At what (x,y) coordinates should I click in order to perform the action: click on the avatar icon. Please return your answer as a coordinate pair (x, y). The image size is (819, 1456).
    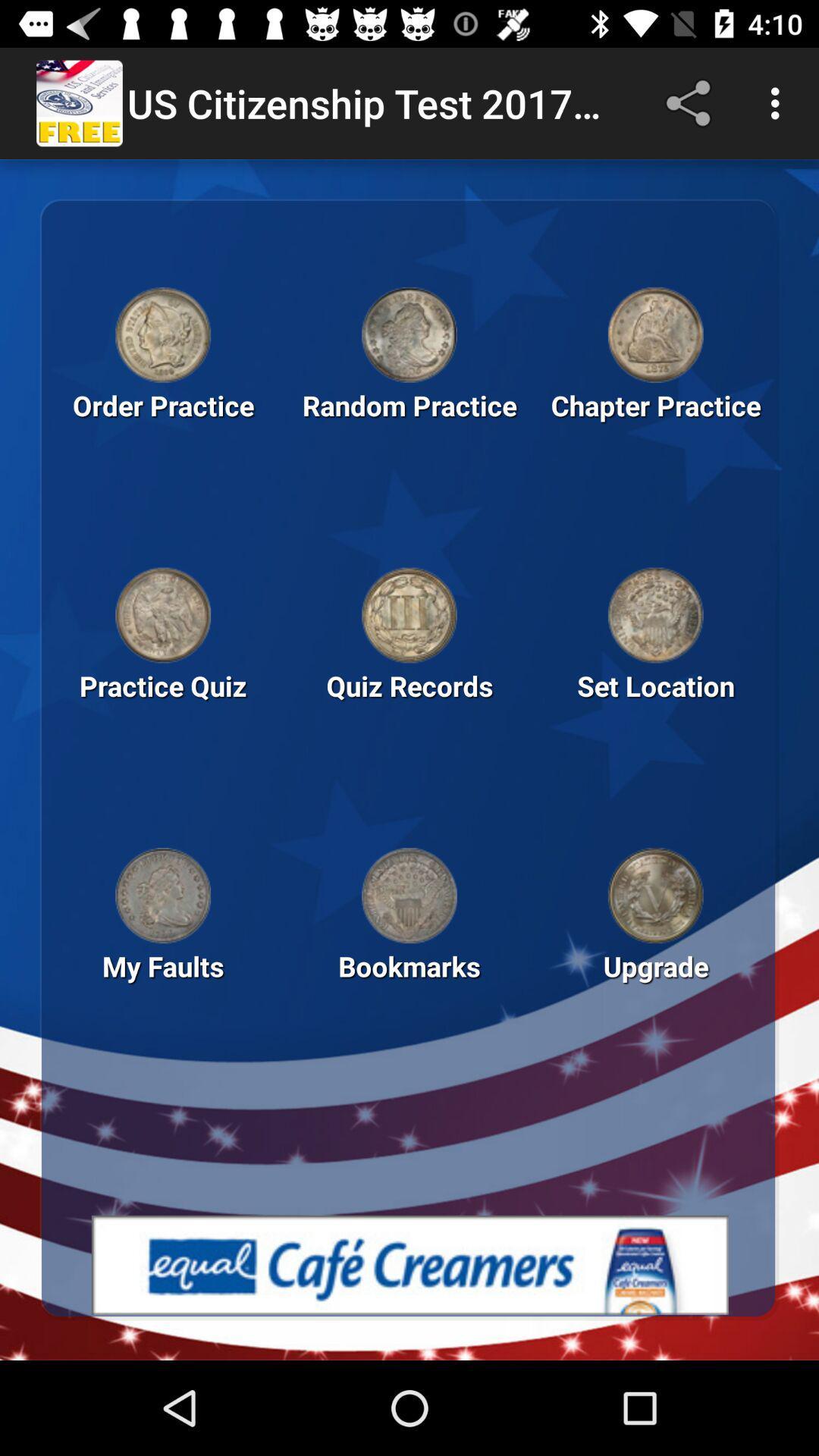
    Looking at the image, I should click on (654, 896).